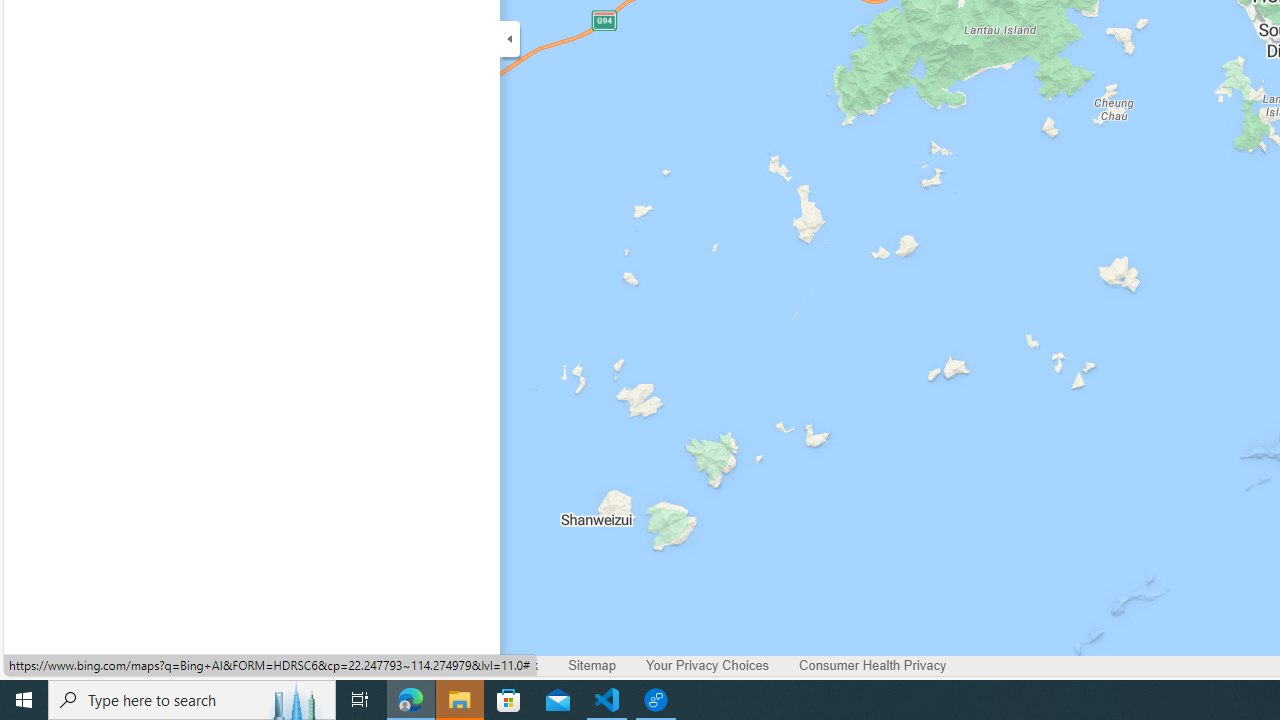 This screenshot has height=720, width=1280. What do you see at coordinates (872, 666) in the screenshot?
I see `'Consumer Health Privacy'` at bounding box center [872, 666].